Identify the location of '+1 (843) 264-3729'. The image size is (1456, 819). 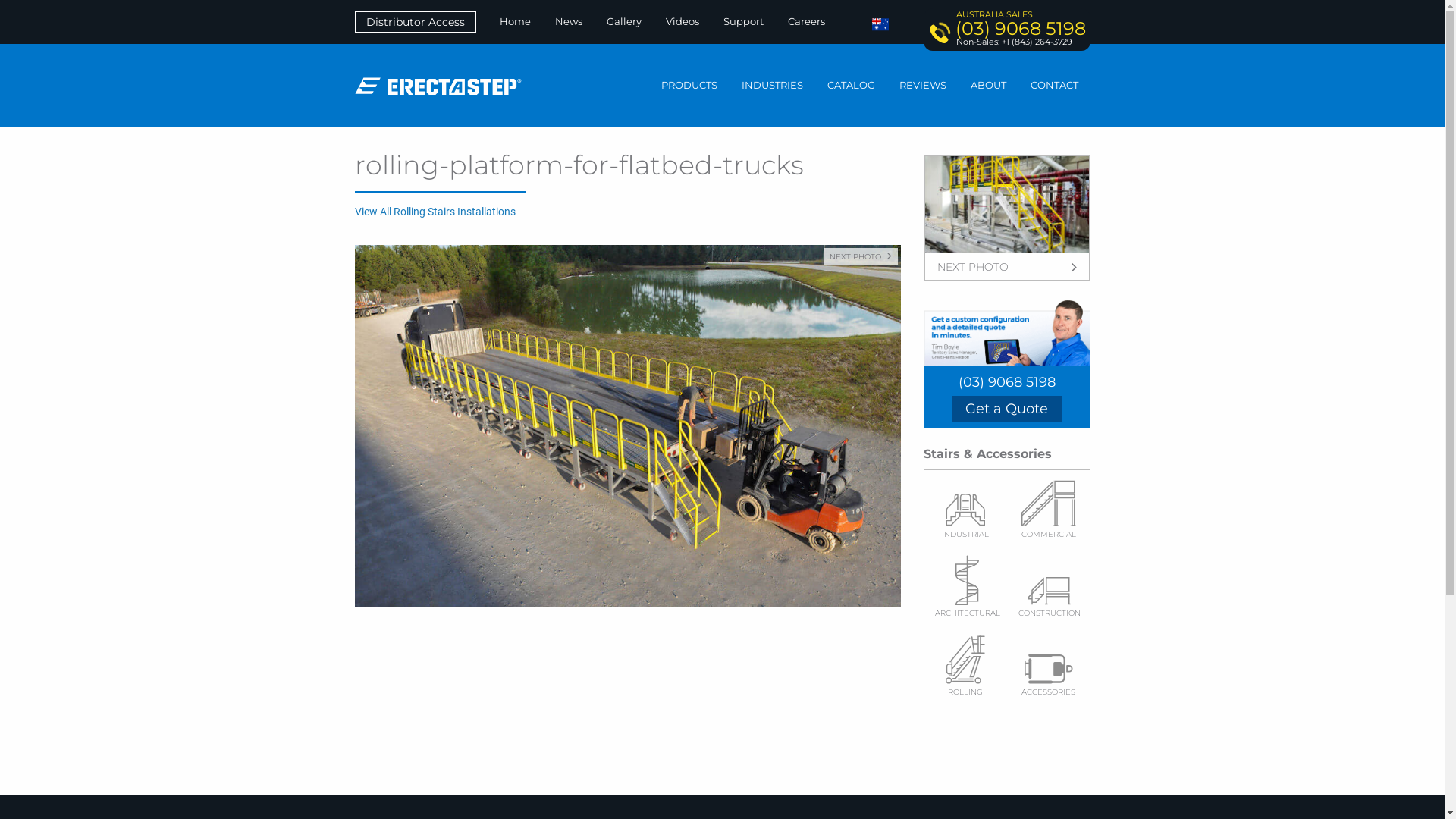
(1035, 40).